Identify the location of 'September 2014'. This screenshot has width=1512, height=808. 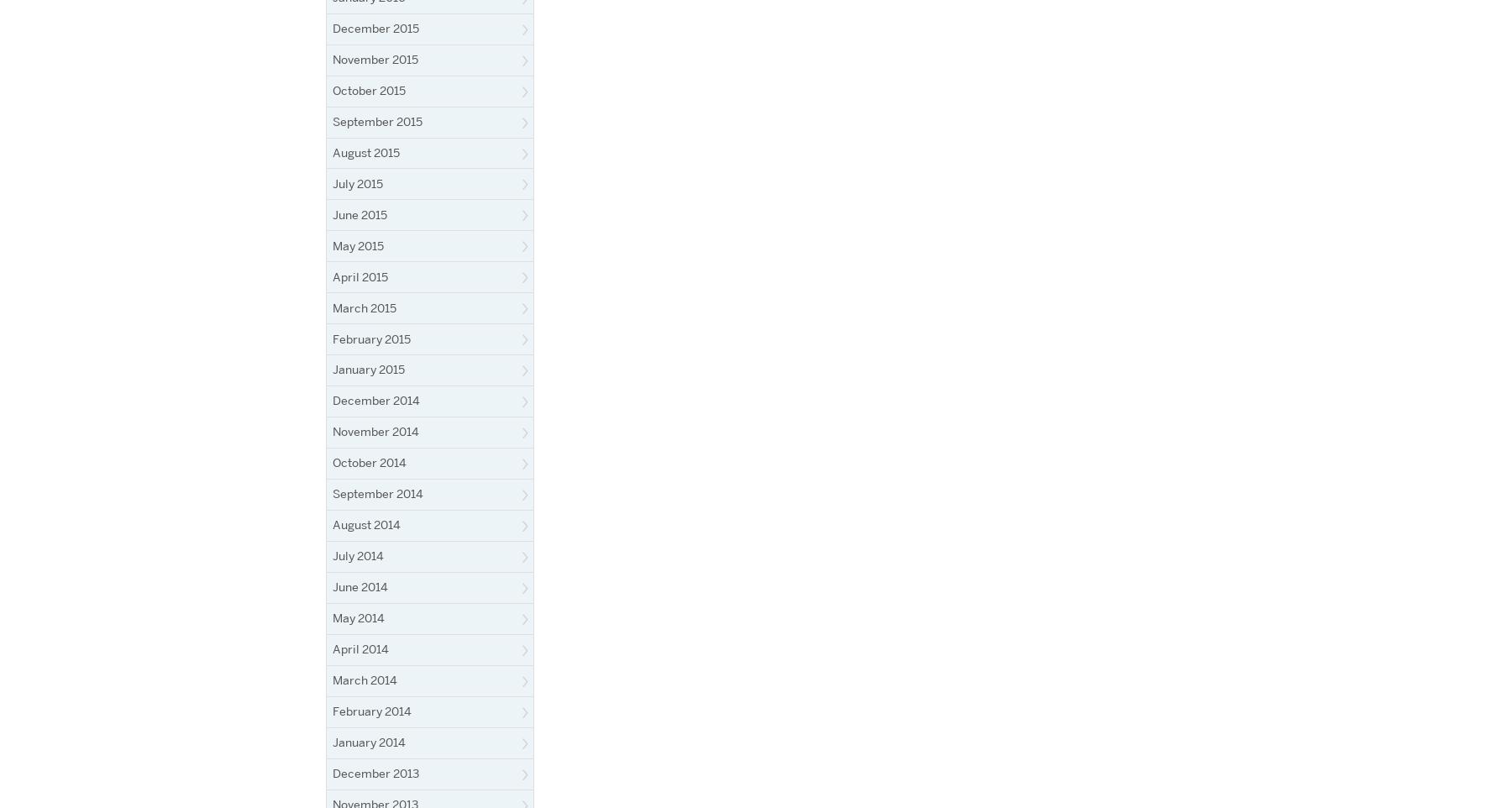
(333, 492).